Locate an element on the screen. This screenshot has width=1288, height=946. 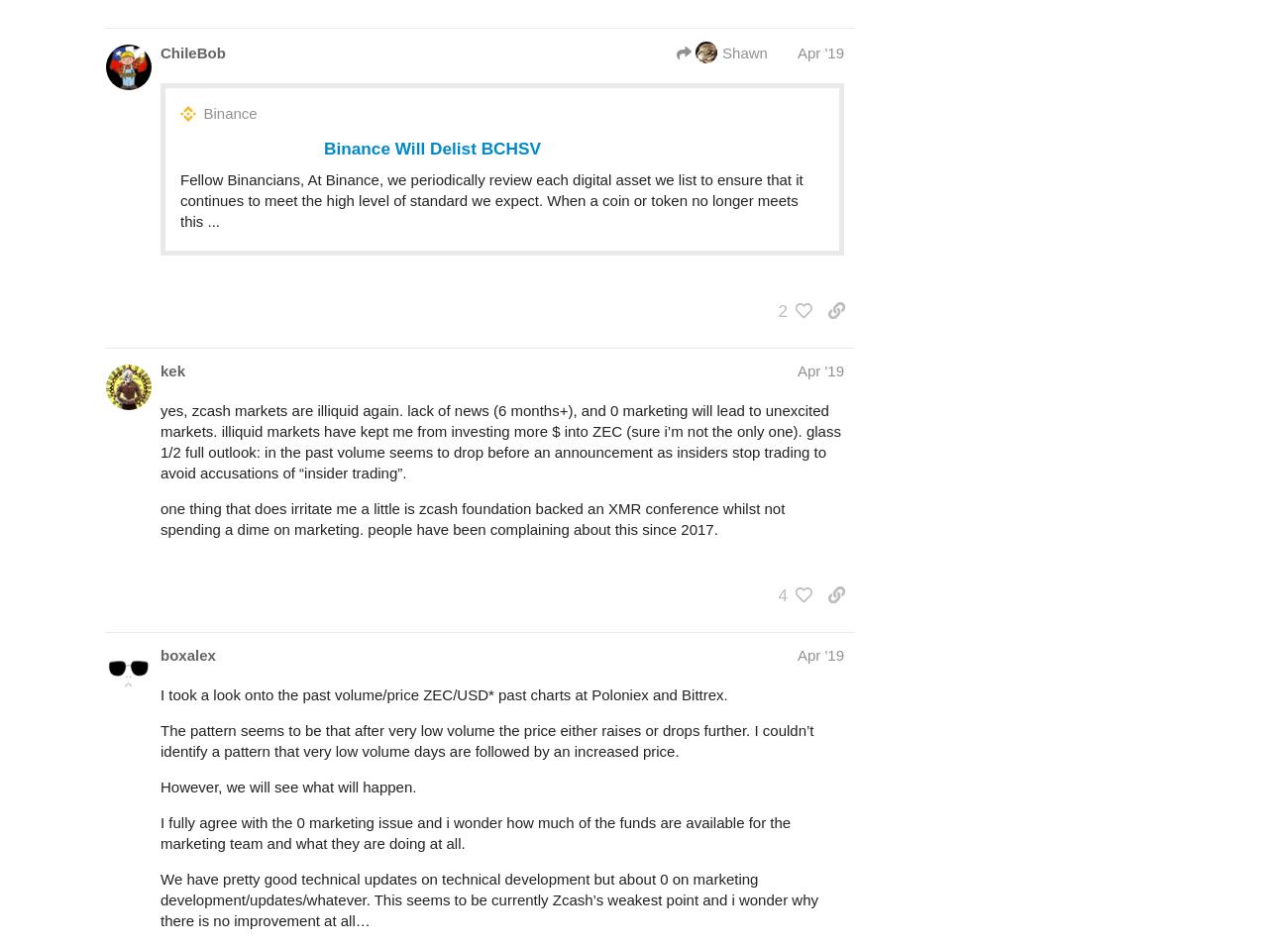
'I took a look onto the past volume/price ZEC/USD* past charts at Poloniex and Bittrex.' is located at coordinates (442, 692).